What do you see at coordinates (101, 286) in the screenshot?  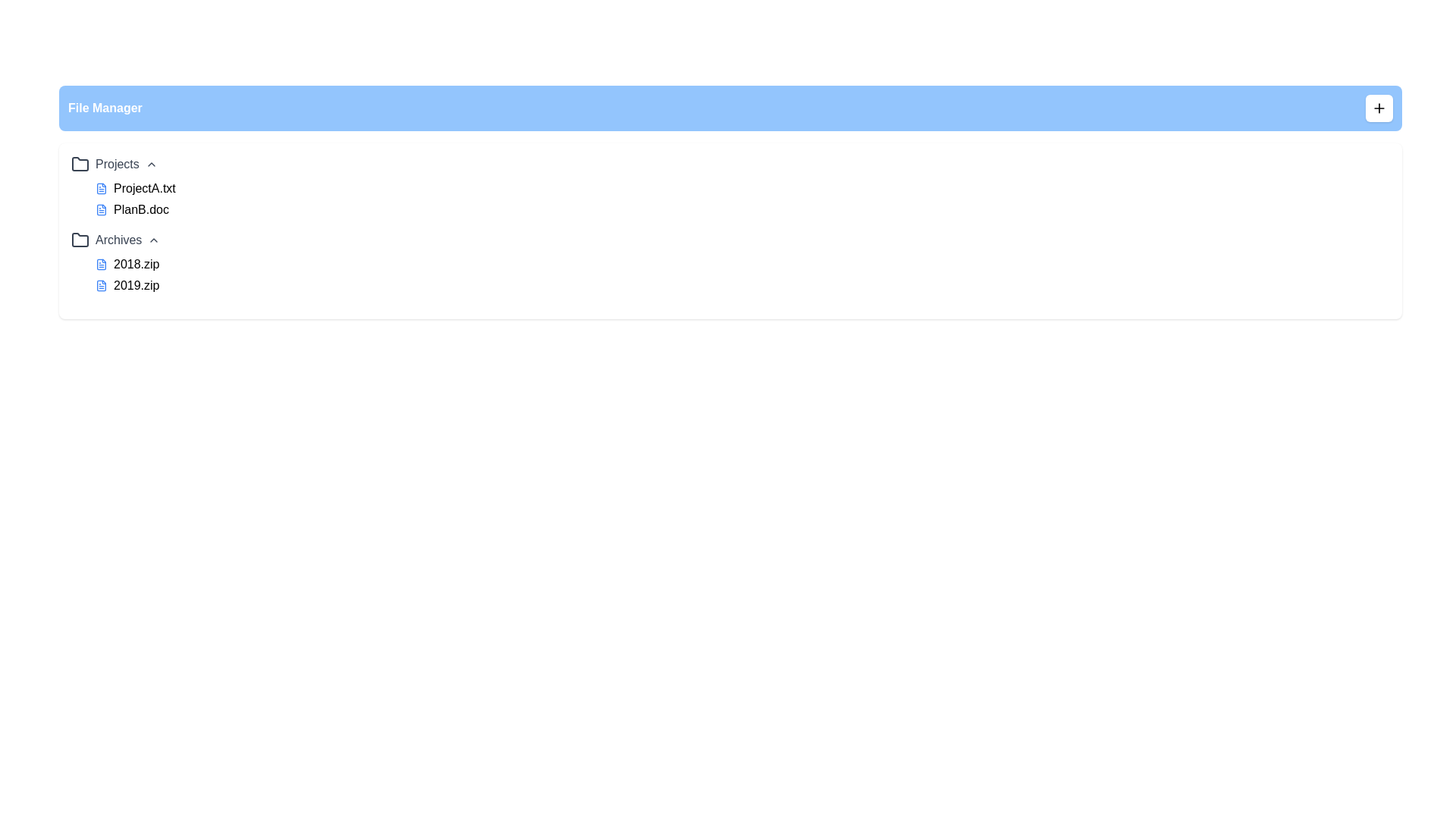 I see `the file icon representing '2019.zip' in the archive list of the file manager section` at bounding box center [101, 286].